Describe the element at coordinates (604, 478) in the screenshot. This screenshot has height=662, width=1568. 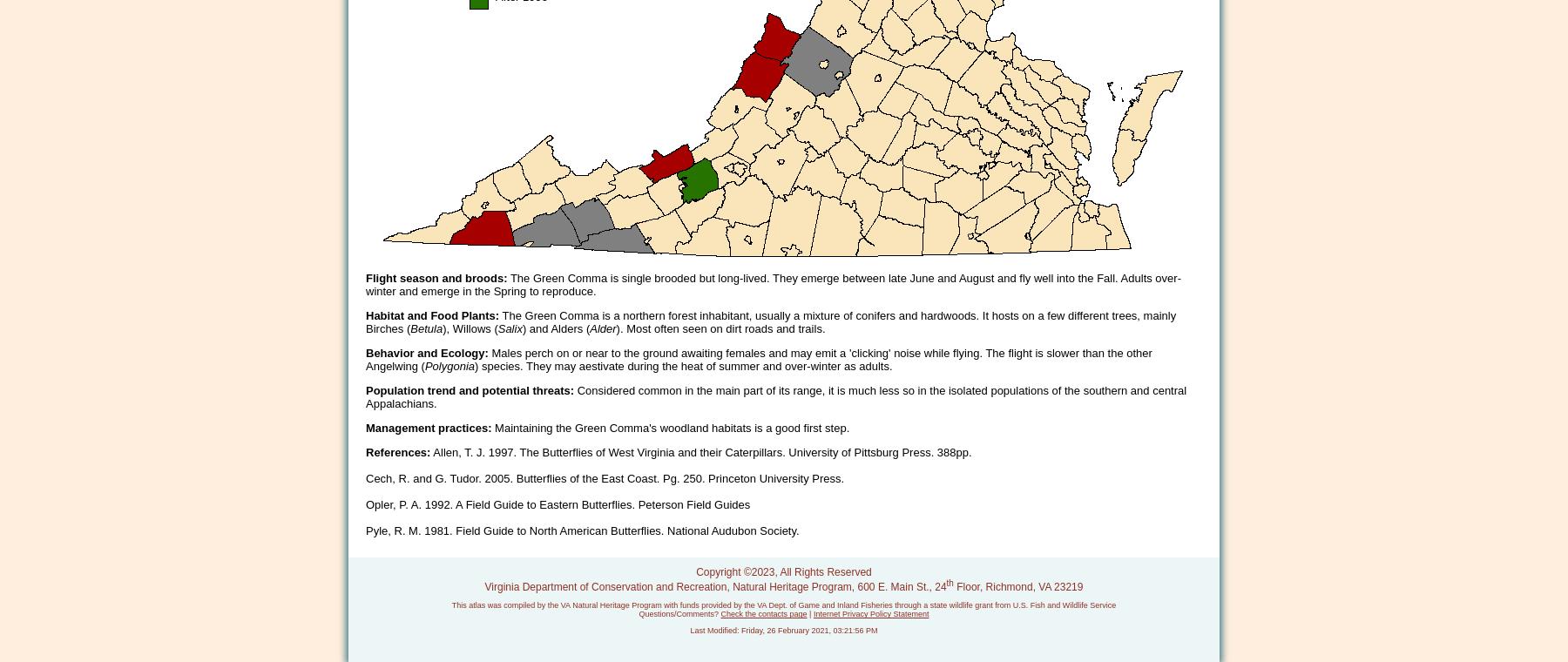
I see `'Cech, R. and G. Tudor. 2005. Butterflies of the East Coast. Pg. 250. Princeton University Press.'` at that location.